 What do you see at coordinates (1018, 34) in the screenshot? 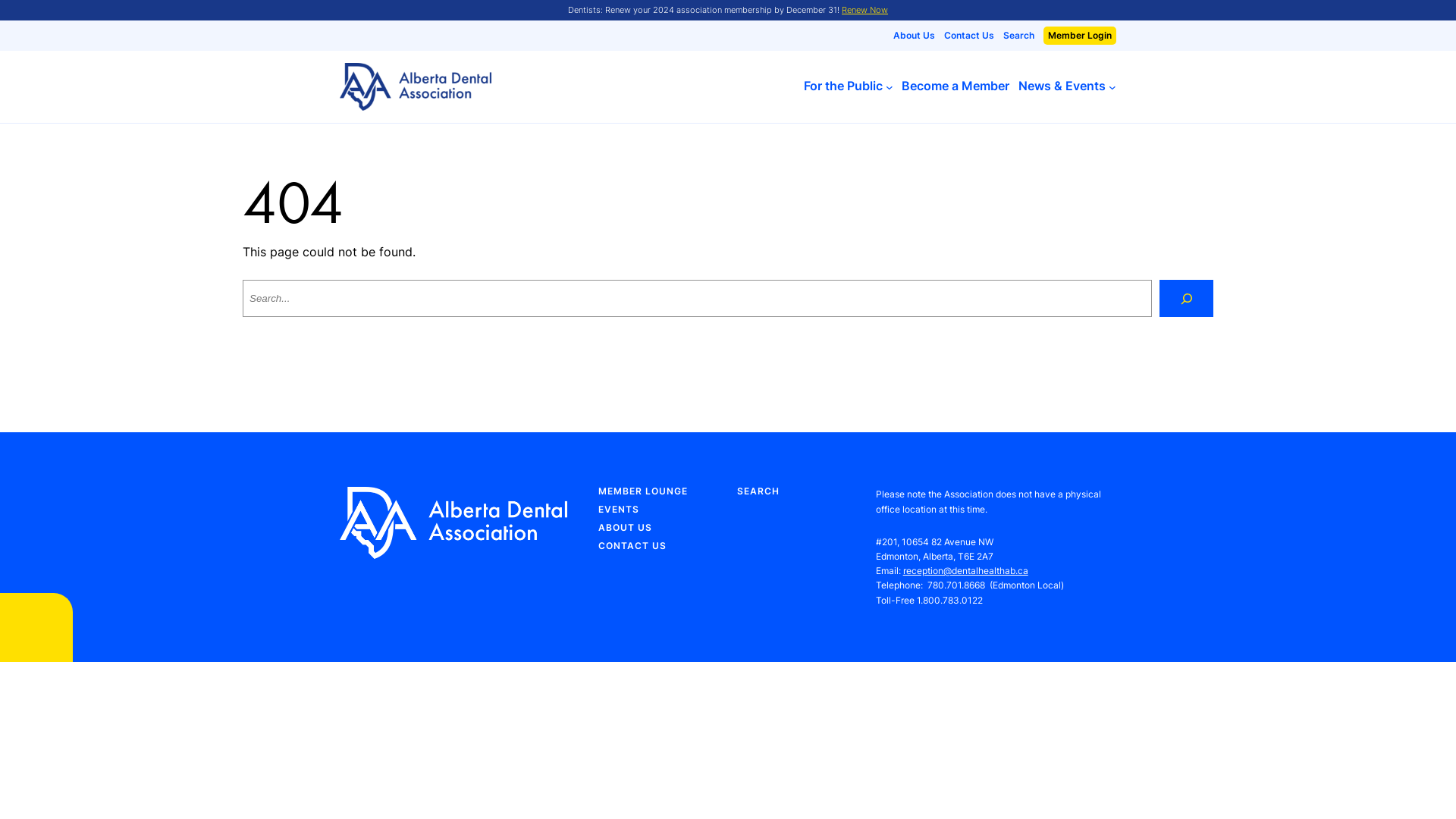
I see `'Search'` at bounding box center [1018, 34].